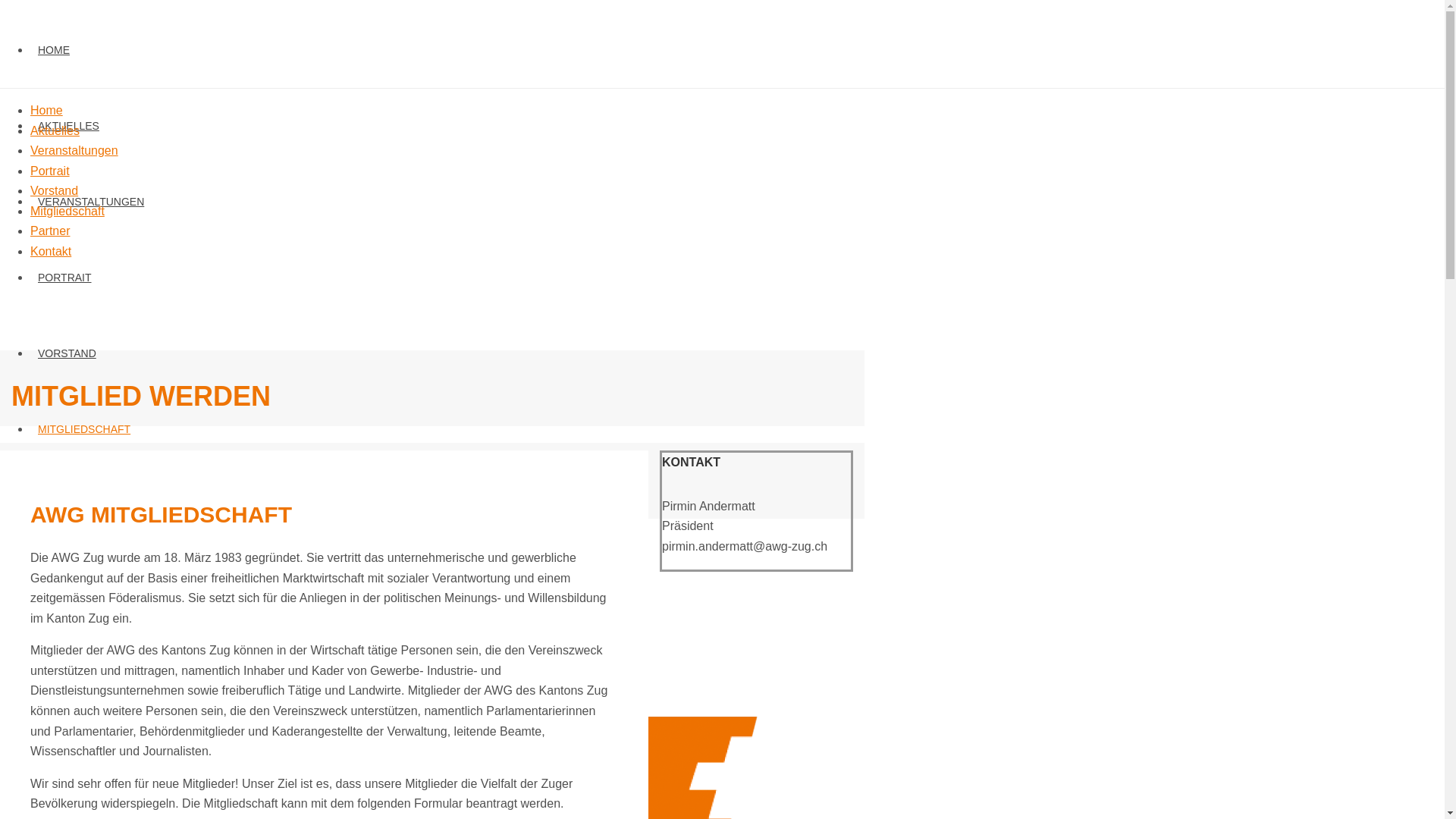 This screenshot has width=1456, height=819. What do you see at coordinates (67, 211) in the screenshot?
I see `'Mitgliedschaft'` at bounding box center [67, 211].